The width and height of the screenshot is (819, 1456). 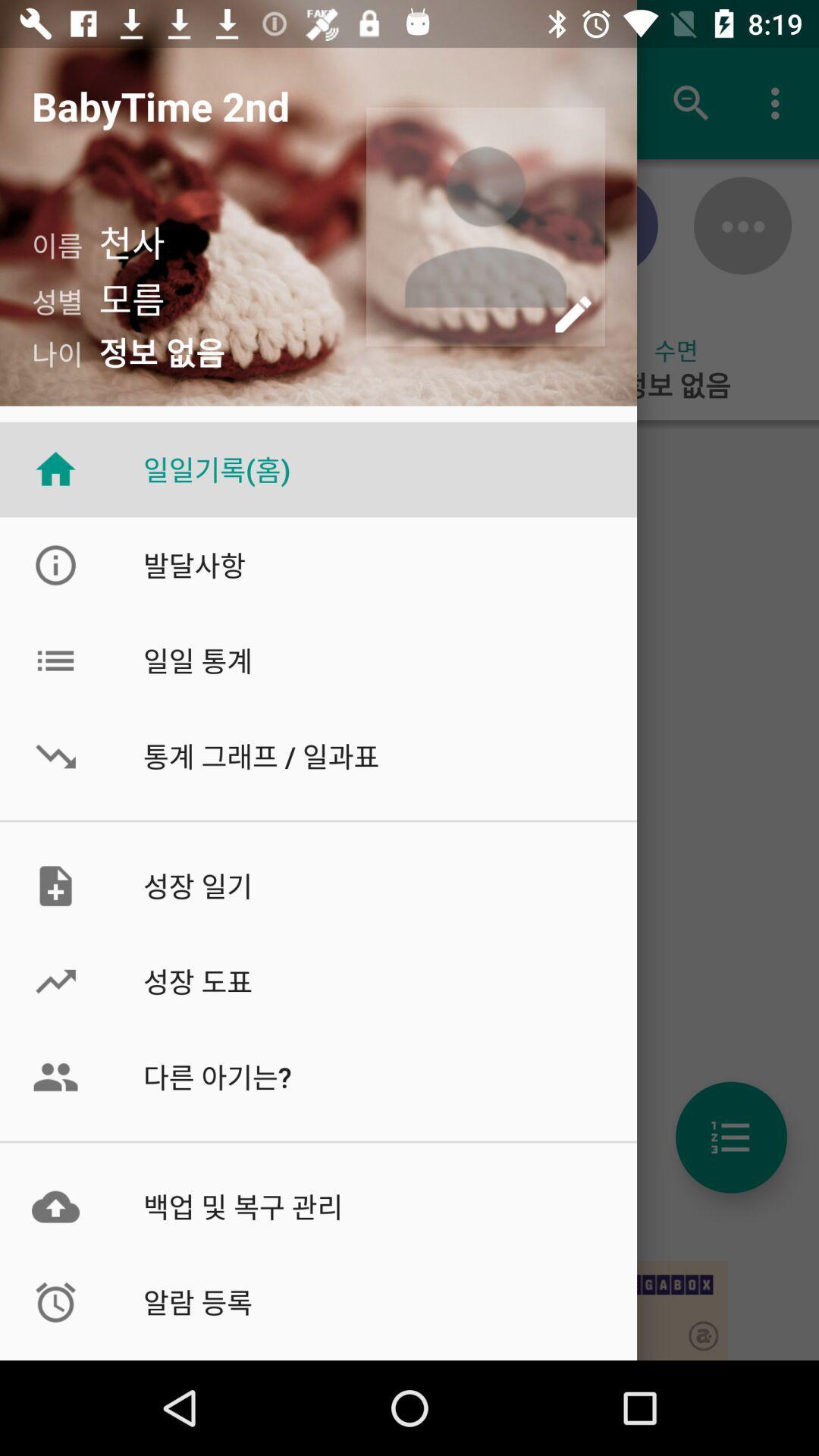 What do you see at coordinates (730, 1137) in the screenshot?
I see `the list icon` at bounding box center [730, 1137].